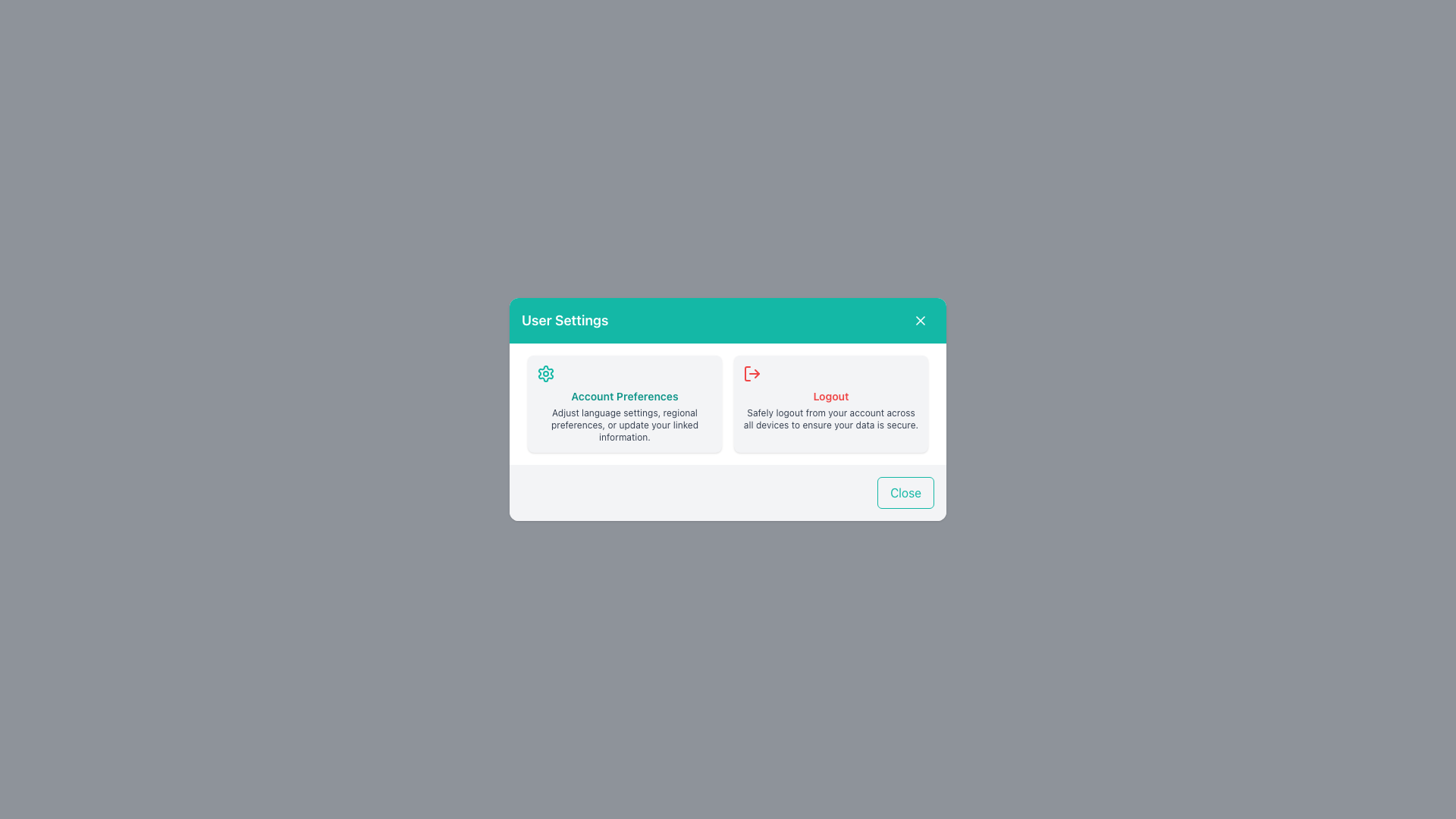  Describe the element at coordinates (920, 320) in the screenshot. I see `the circular button with a teal background and a white 'X' icon located at the top-right corner of the 'User Settings' header to observe the background color change` at that location.